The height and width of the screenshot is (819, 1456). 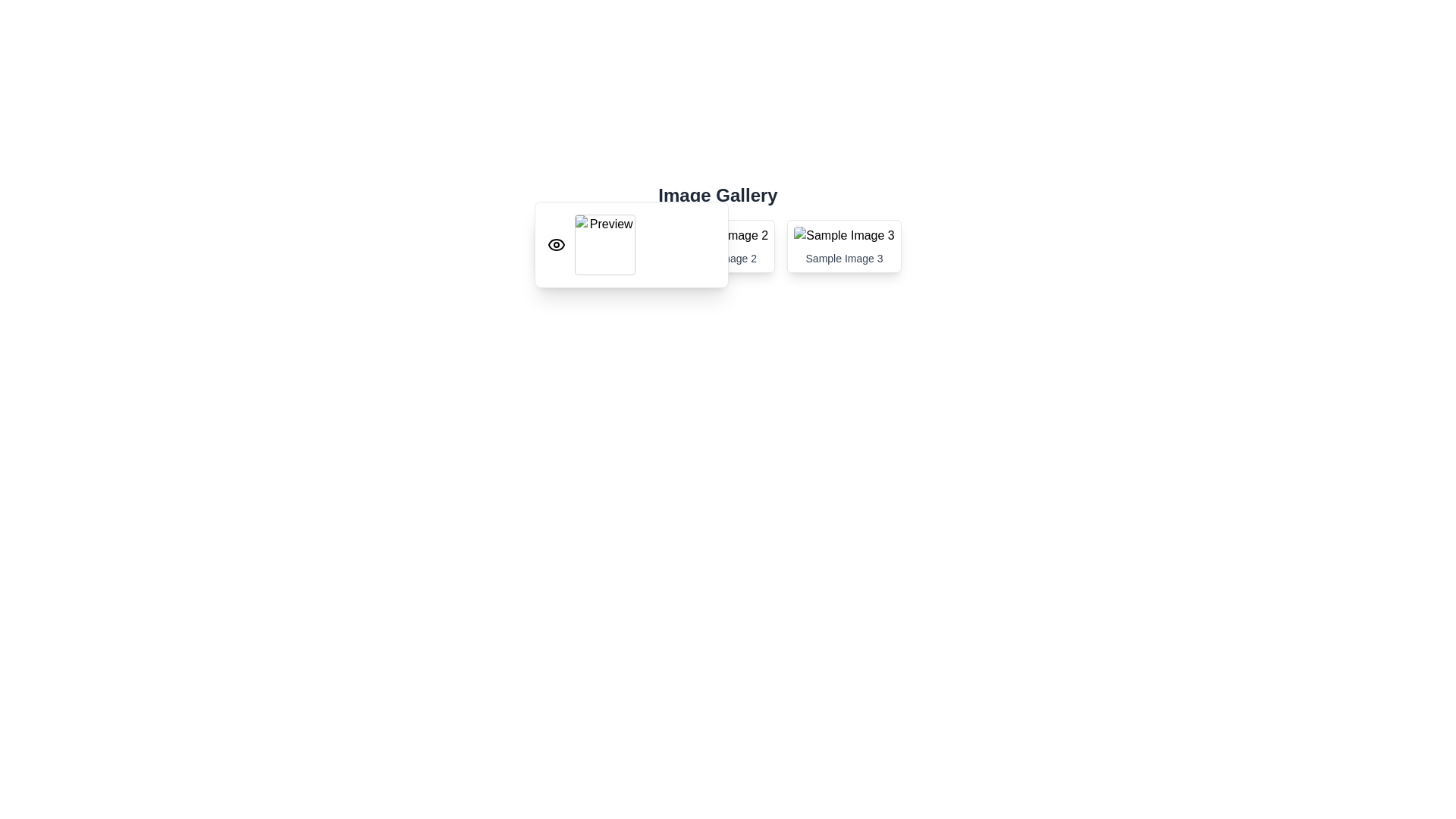 What do you see at coordinates (717, 195) in the screenshot?
I see `the Header Text that displays the title for the gallery section, which is centrally aligned above the thumbnails` at bounding box center [717, 195].